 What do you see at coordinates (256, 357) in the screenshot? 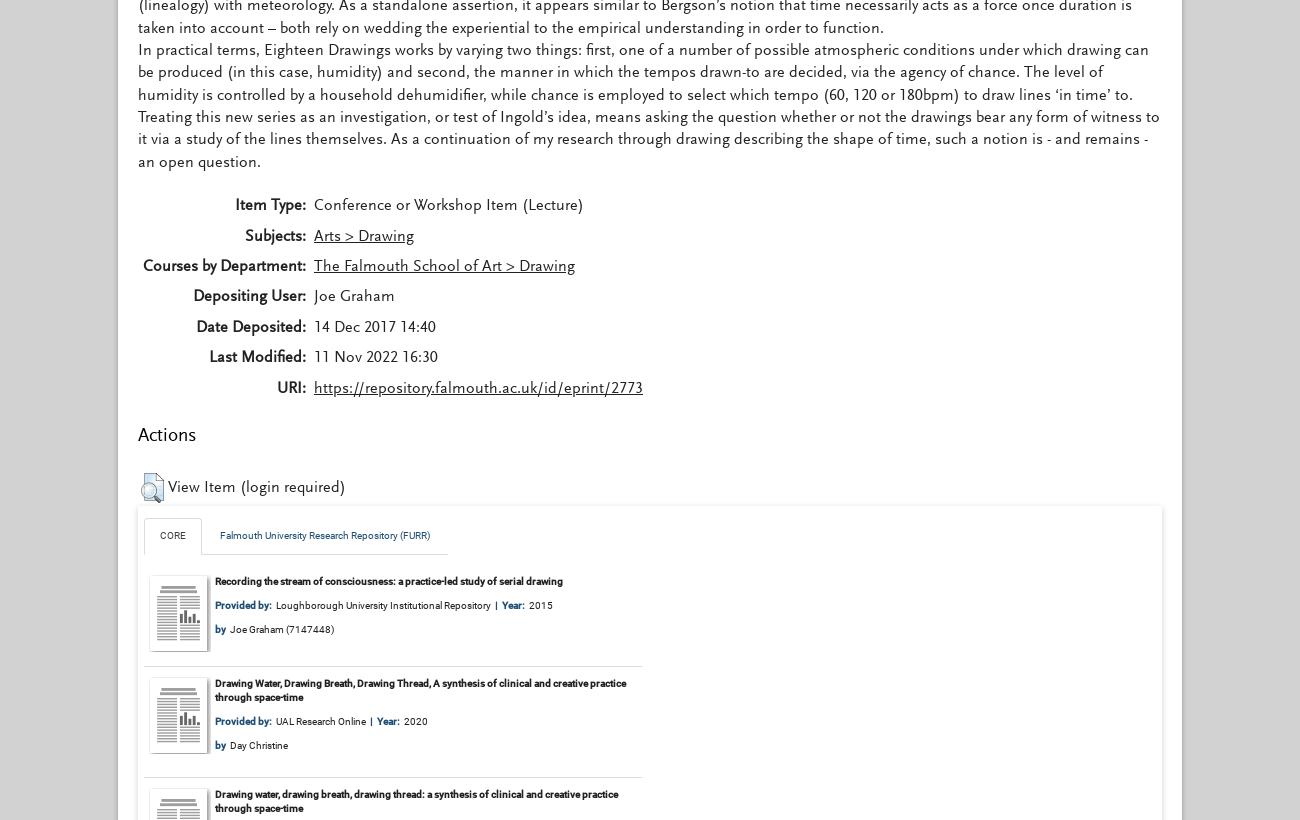
I see `'Last Modified:'` at bounding box center [256, 357].